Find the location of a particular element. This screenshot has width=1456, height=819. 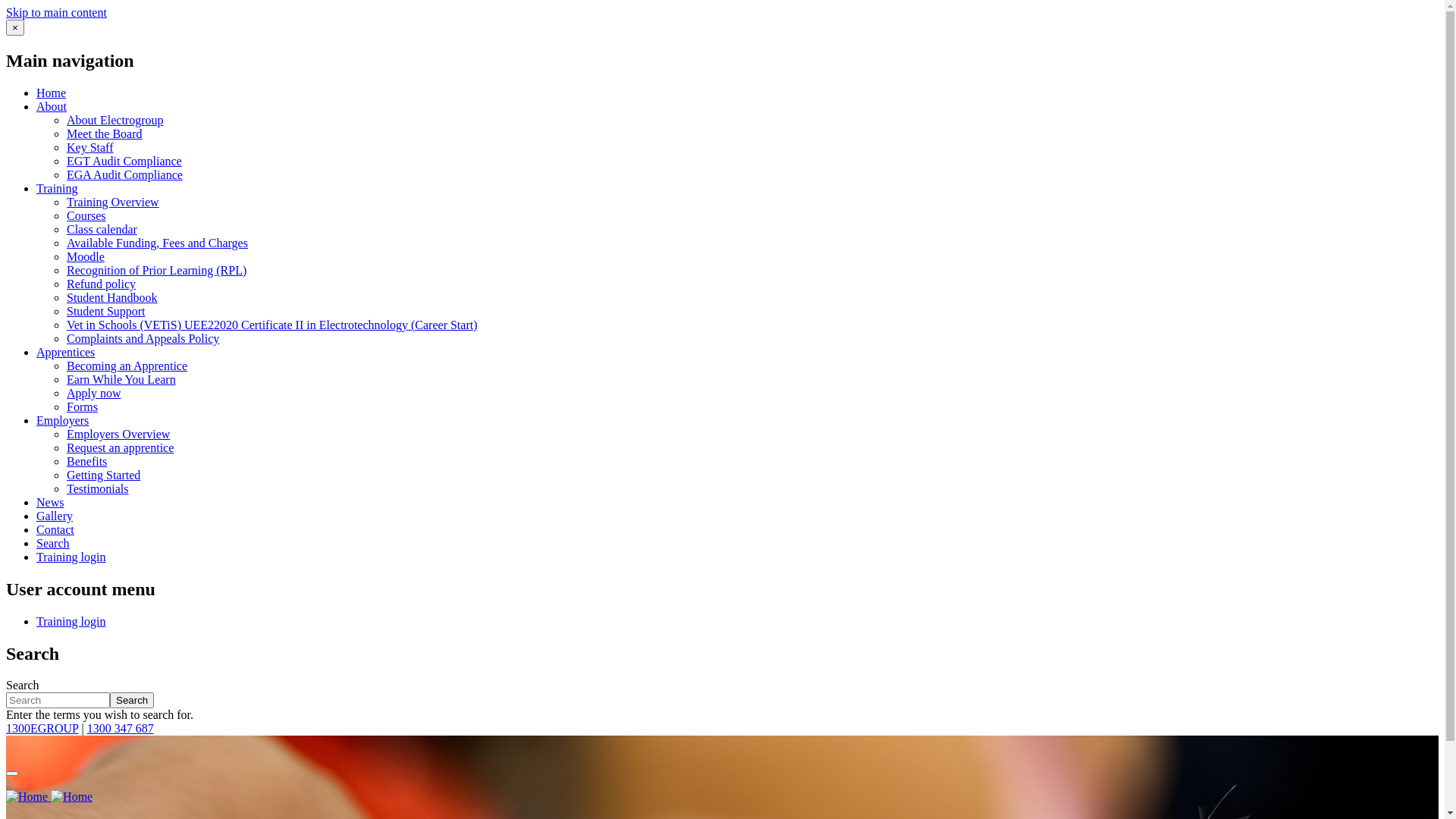

'Becoming an Apprentice' is located at coordinates (127, 366).